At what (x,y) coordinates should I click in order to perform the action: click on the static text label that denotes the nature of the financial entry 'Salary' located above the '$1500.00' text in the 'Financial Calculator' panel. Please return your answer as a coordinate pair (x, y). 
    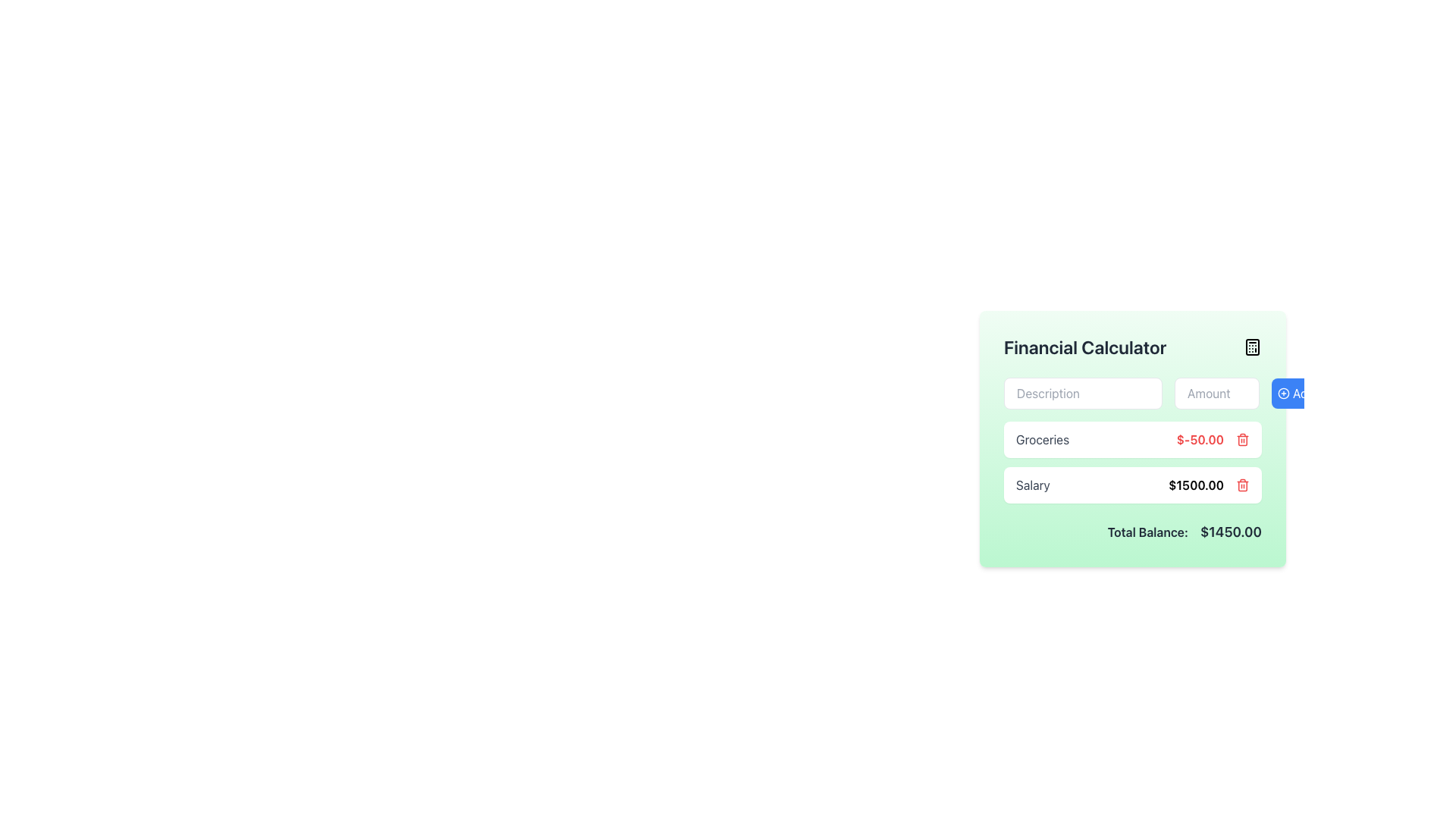
    Looking at the image, I should click on (1032, 485).